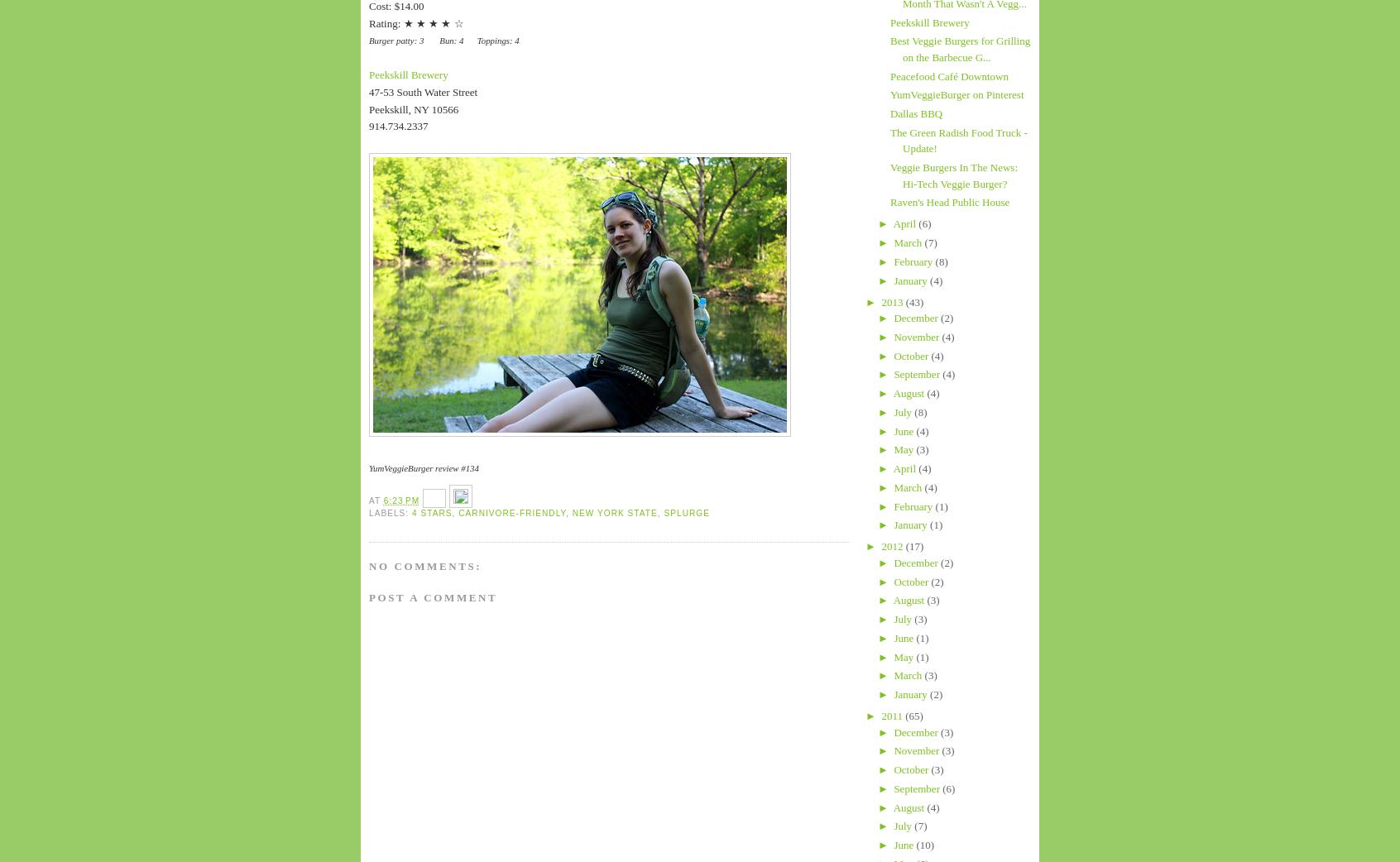 The width and height of the screenshot is (1400, 862). I want to click on 'Post a Comment', so click(433, 596).